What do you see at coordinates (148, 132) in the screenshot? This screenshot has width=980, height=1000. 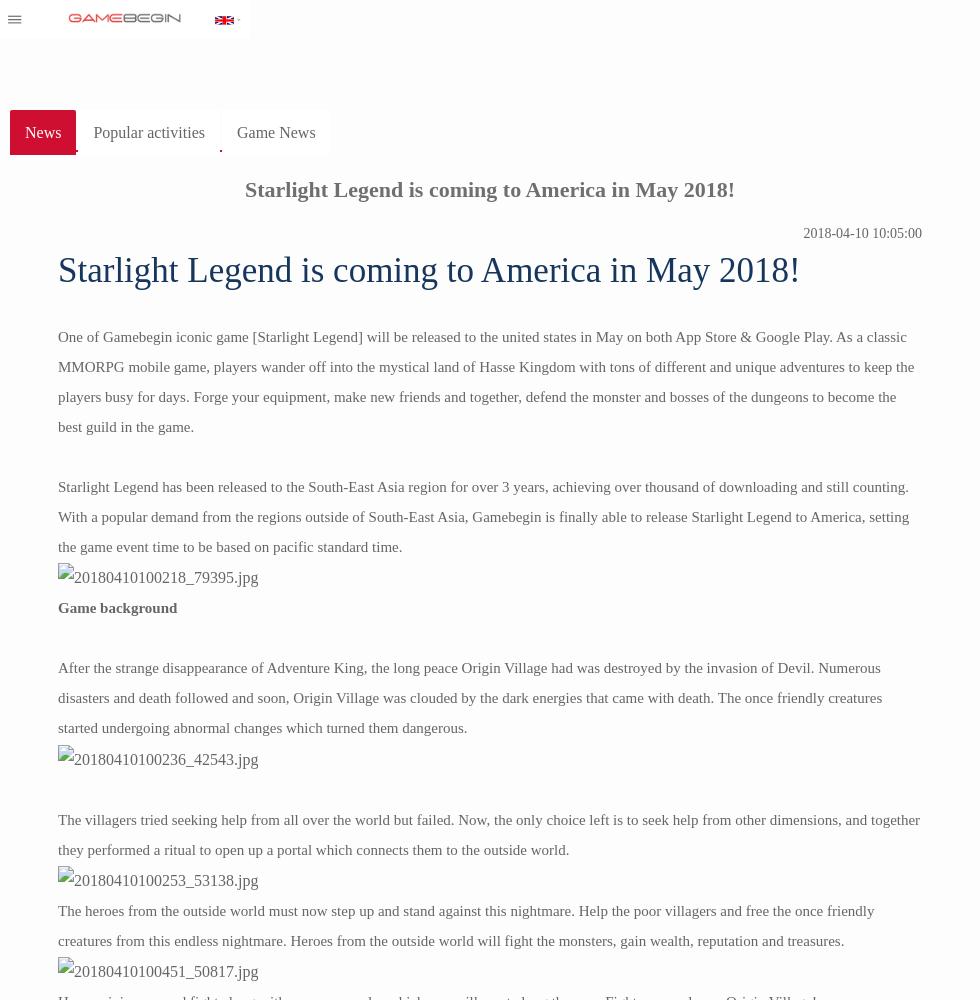 I see `'Popular activities'` at bounding box center [148, 132].